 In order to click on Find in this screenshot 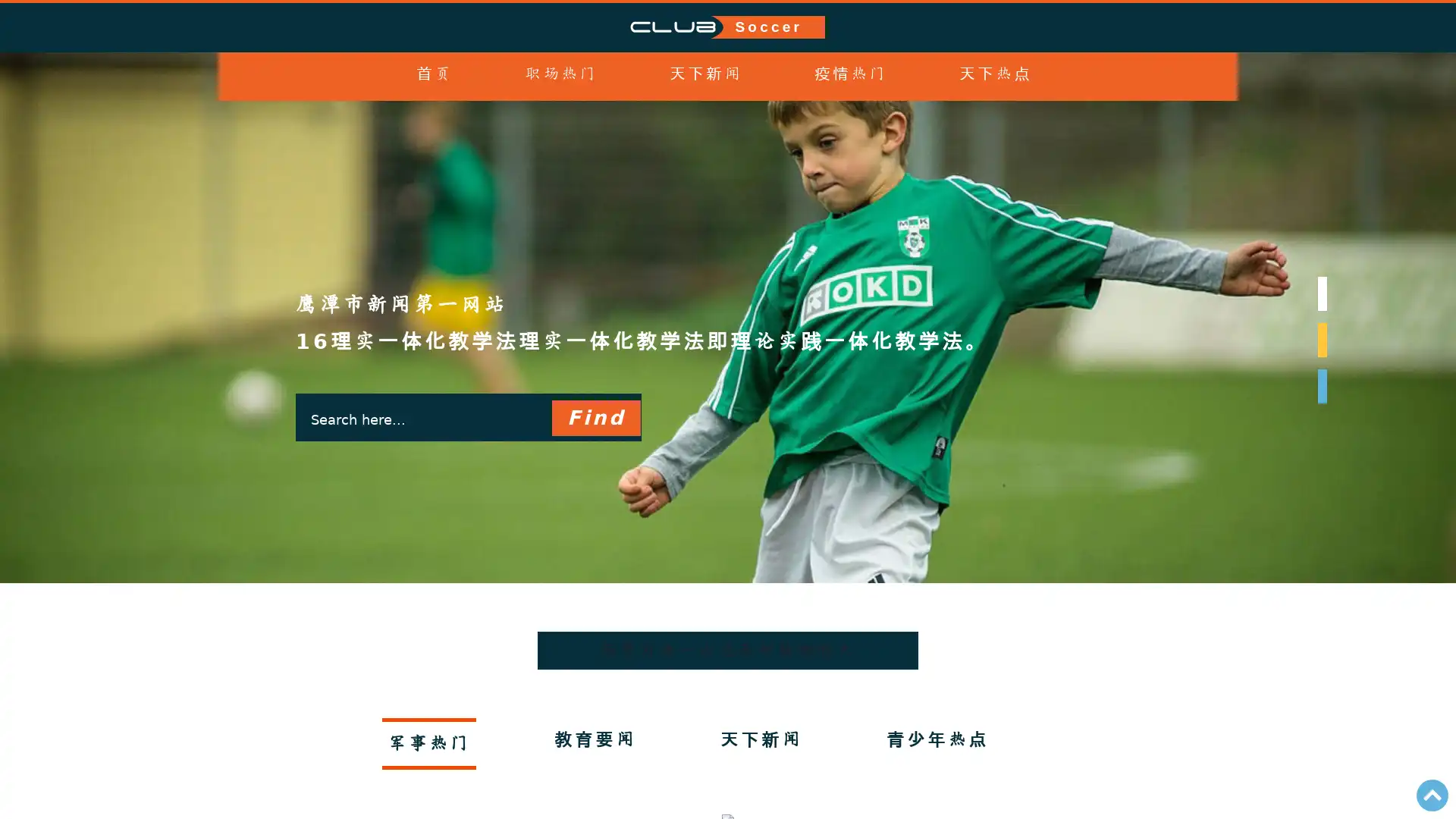, I will do `click(595, 446)`.